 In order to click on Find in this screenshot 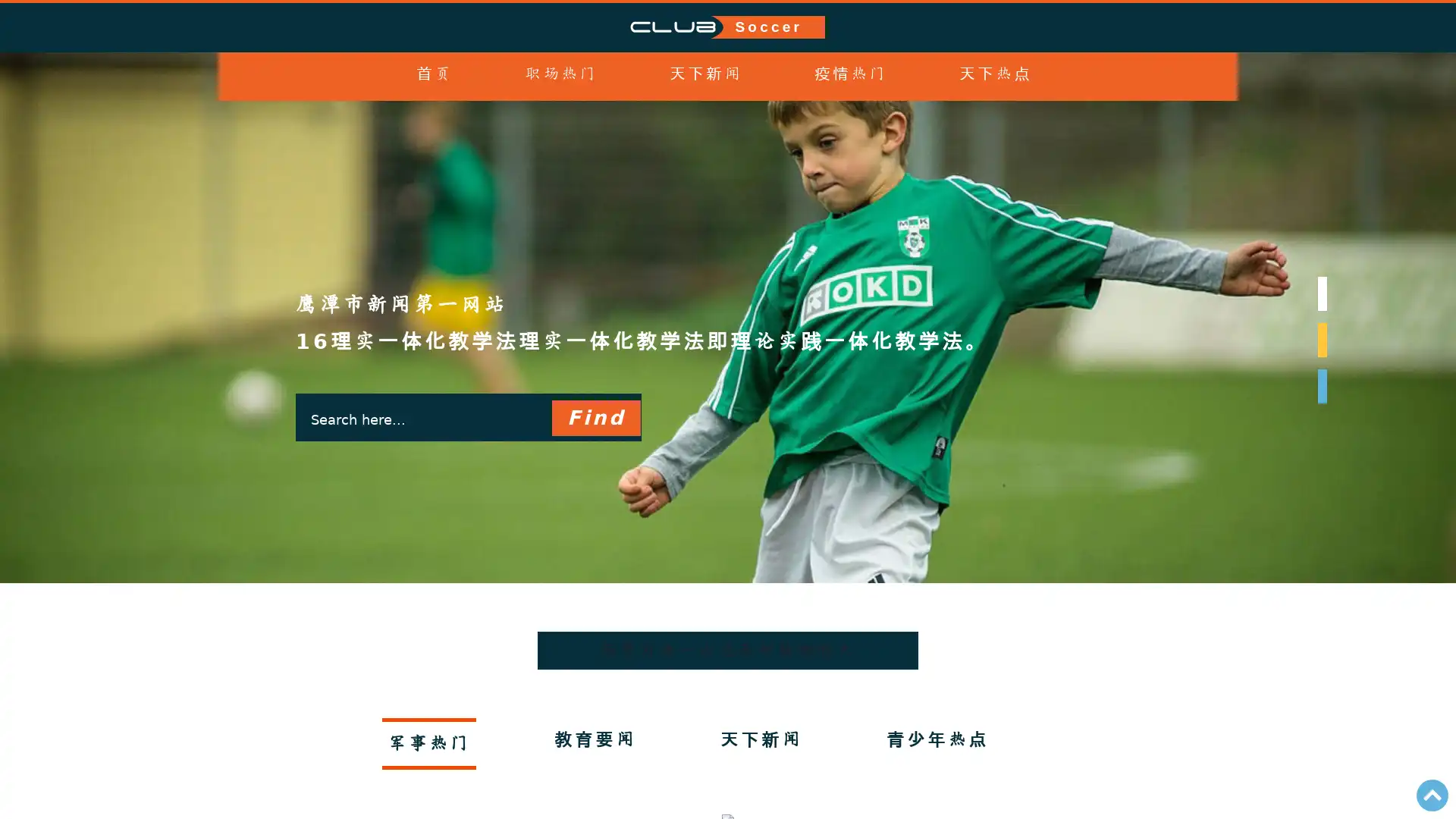, I will do `click(595, 446)`.